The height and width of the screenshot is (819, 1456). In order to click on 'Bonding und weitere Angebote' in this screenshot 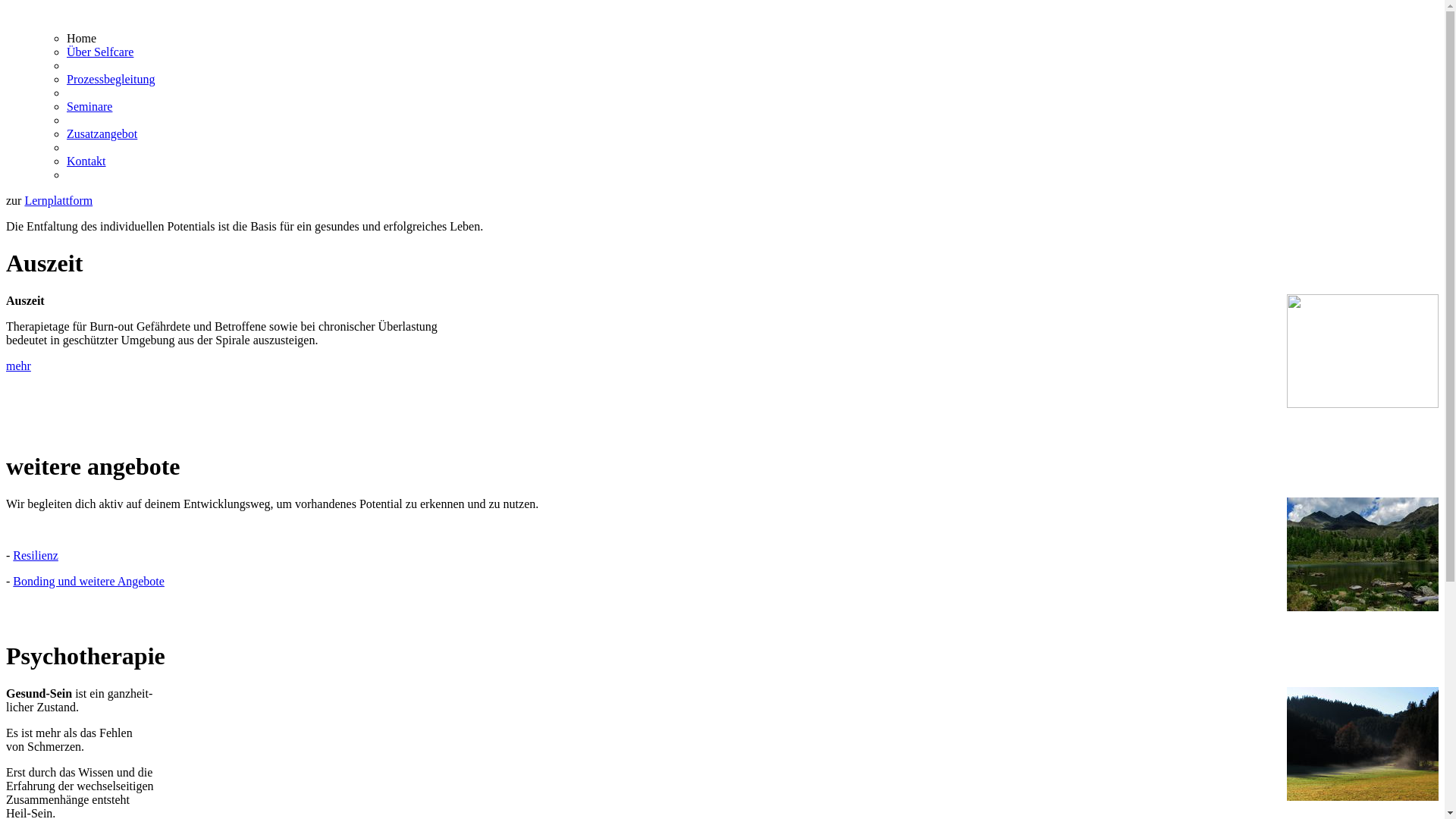, I will do `click(87, 580)`.